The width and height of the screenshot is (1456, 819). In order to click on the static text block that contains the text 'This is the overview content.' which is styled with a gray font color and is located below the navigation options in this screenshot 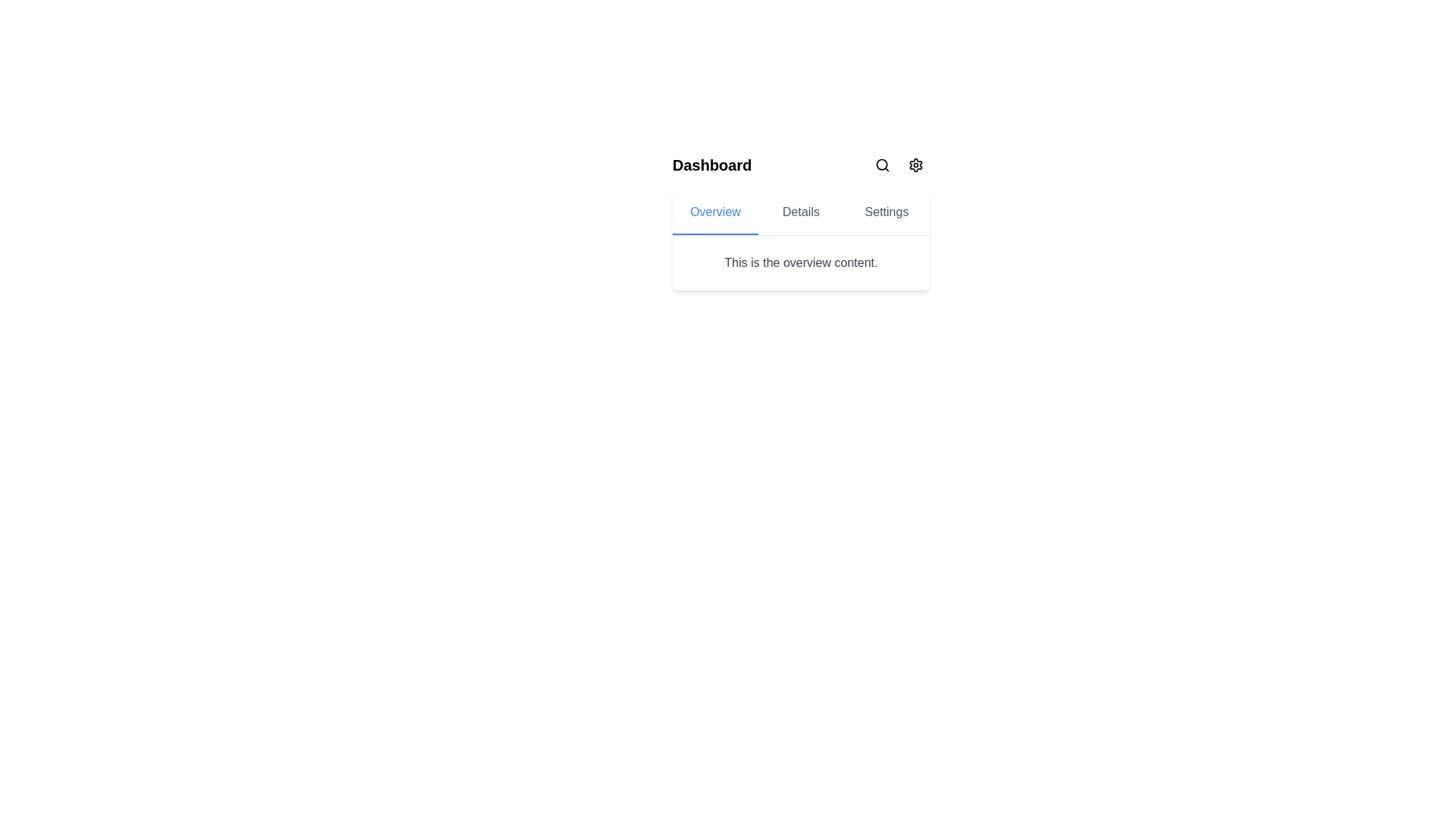, I will do `click(800, 262)`.